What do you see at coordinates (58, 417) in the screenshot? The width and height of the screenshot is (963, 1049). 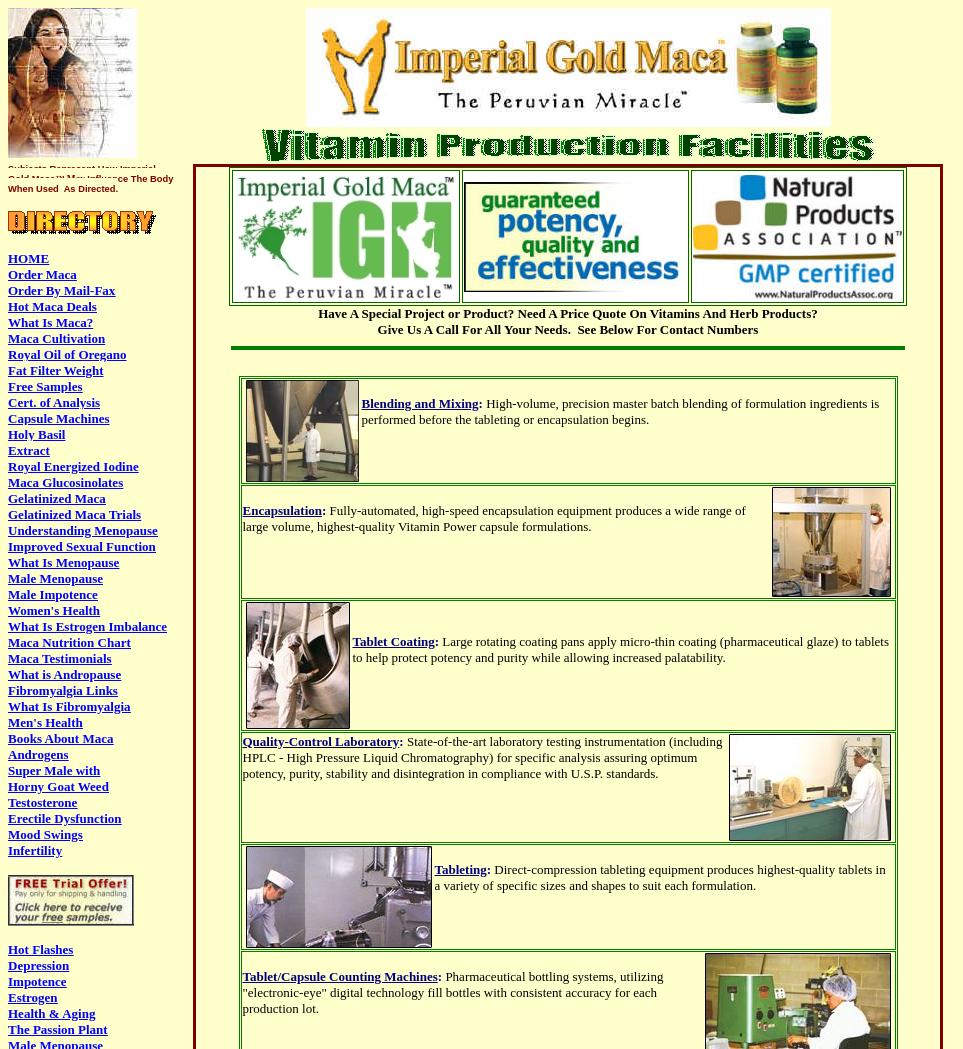 I see `'Capsule Machines'` at bounding box center [58, 417].